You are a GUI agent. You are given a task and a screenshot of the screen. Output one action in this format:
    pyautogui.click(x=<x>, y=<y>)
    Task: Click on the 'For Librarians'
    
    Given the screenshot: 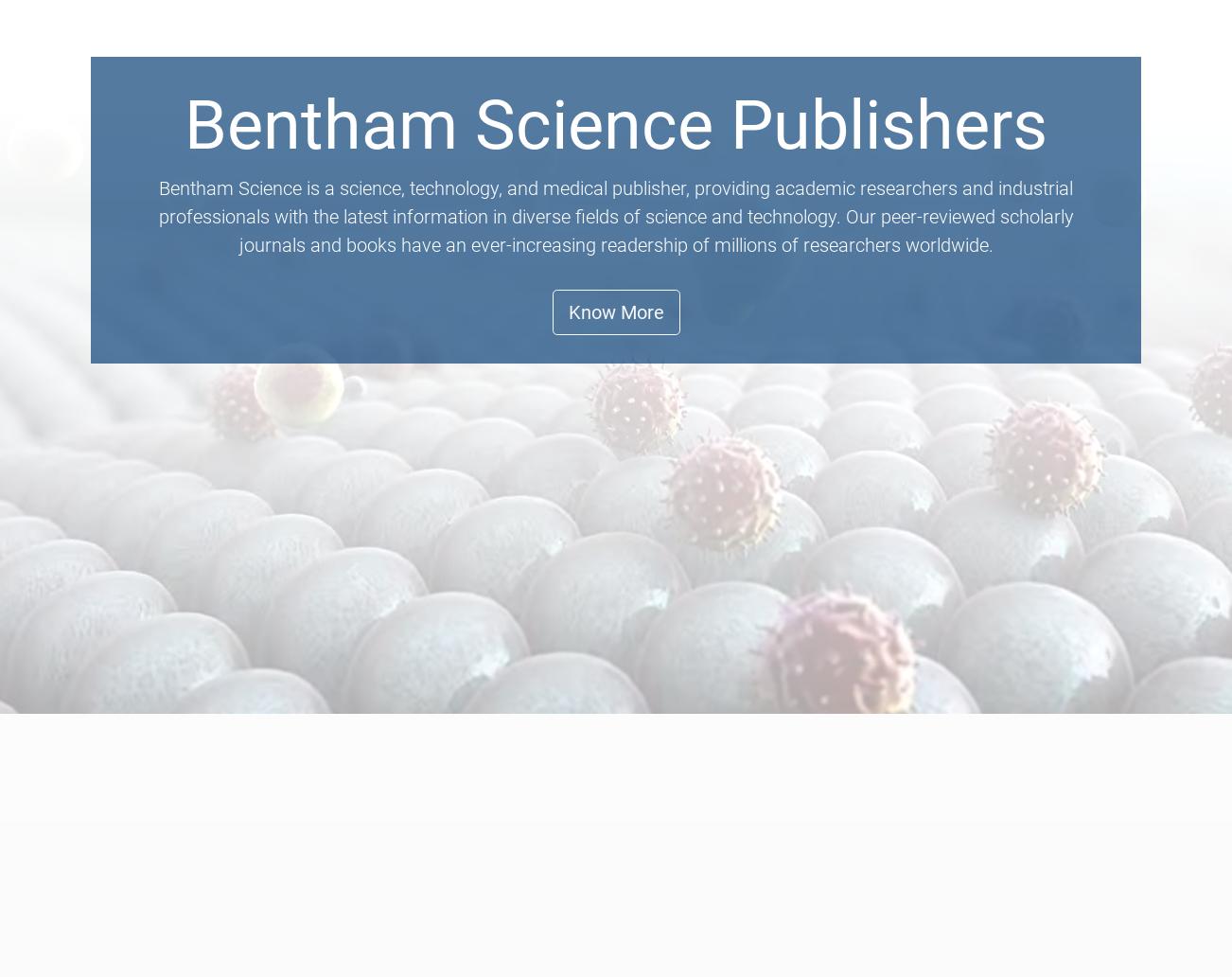 What is the action you would take?
    pyautogui.click(x=801, y=83)
    